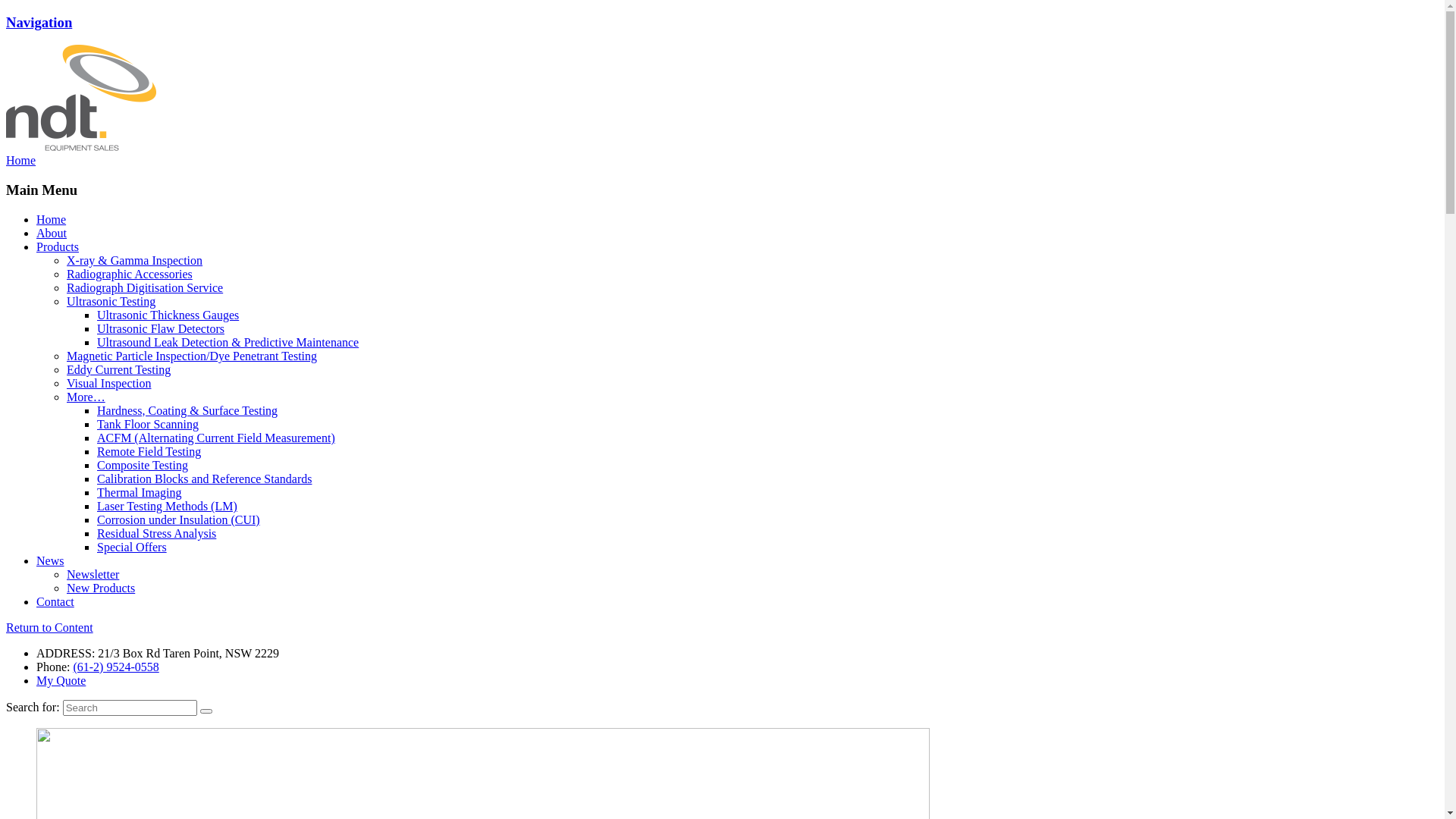 The height and width of the screenshot is (819, 1456). Describe the element at coordinates (160, 328) in the screenshot. I see `'Ultrasonic Flaw Detectors'` at that location.